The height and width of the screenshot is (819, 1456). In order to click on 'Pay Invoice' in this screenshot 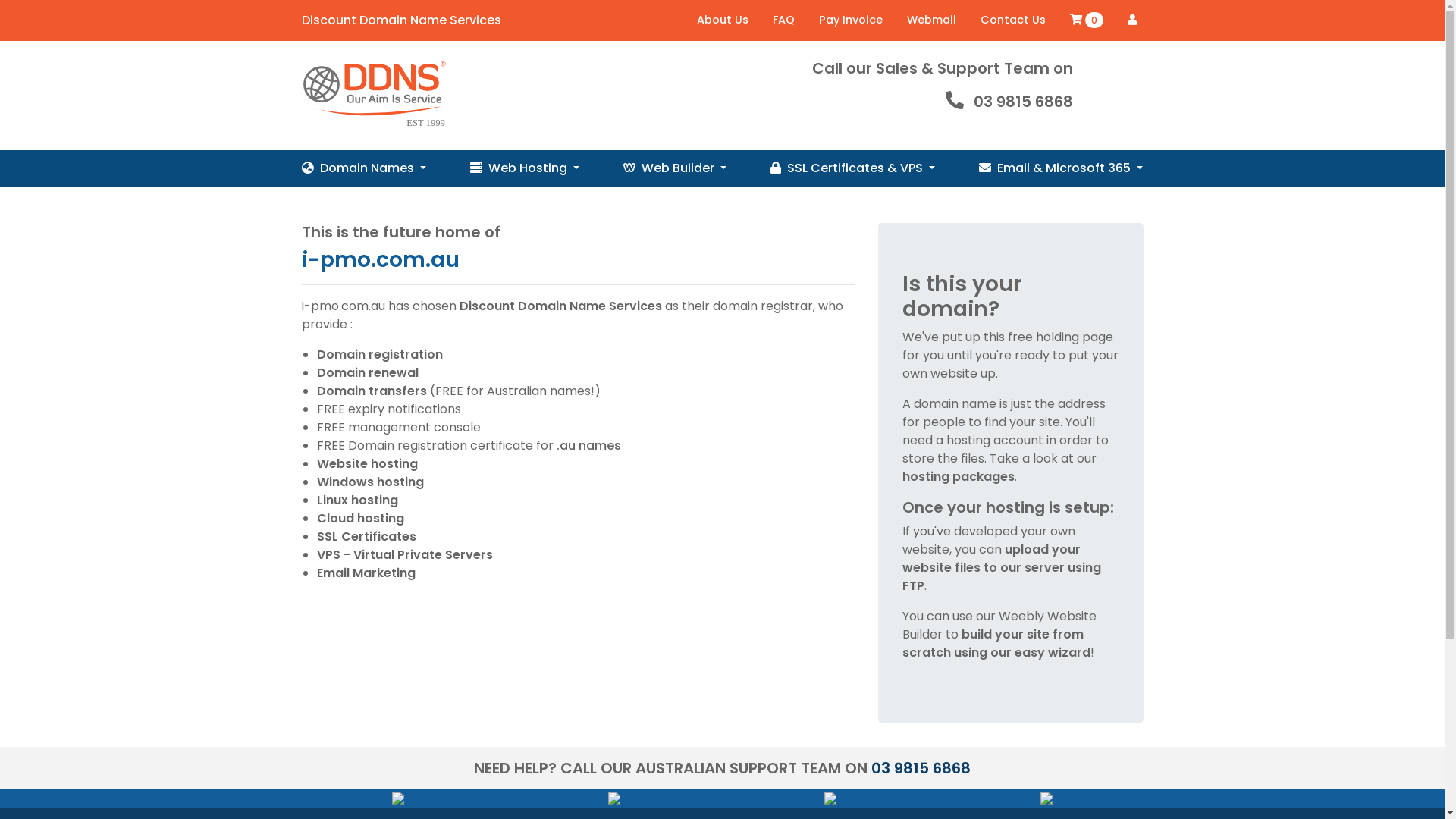, I will do `click(851, 20)`.